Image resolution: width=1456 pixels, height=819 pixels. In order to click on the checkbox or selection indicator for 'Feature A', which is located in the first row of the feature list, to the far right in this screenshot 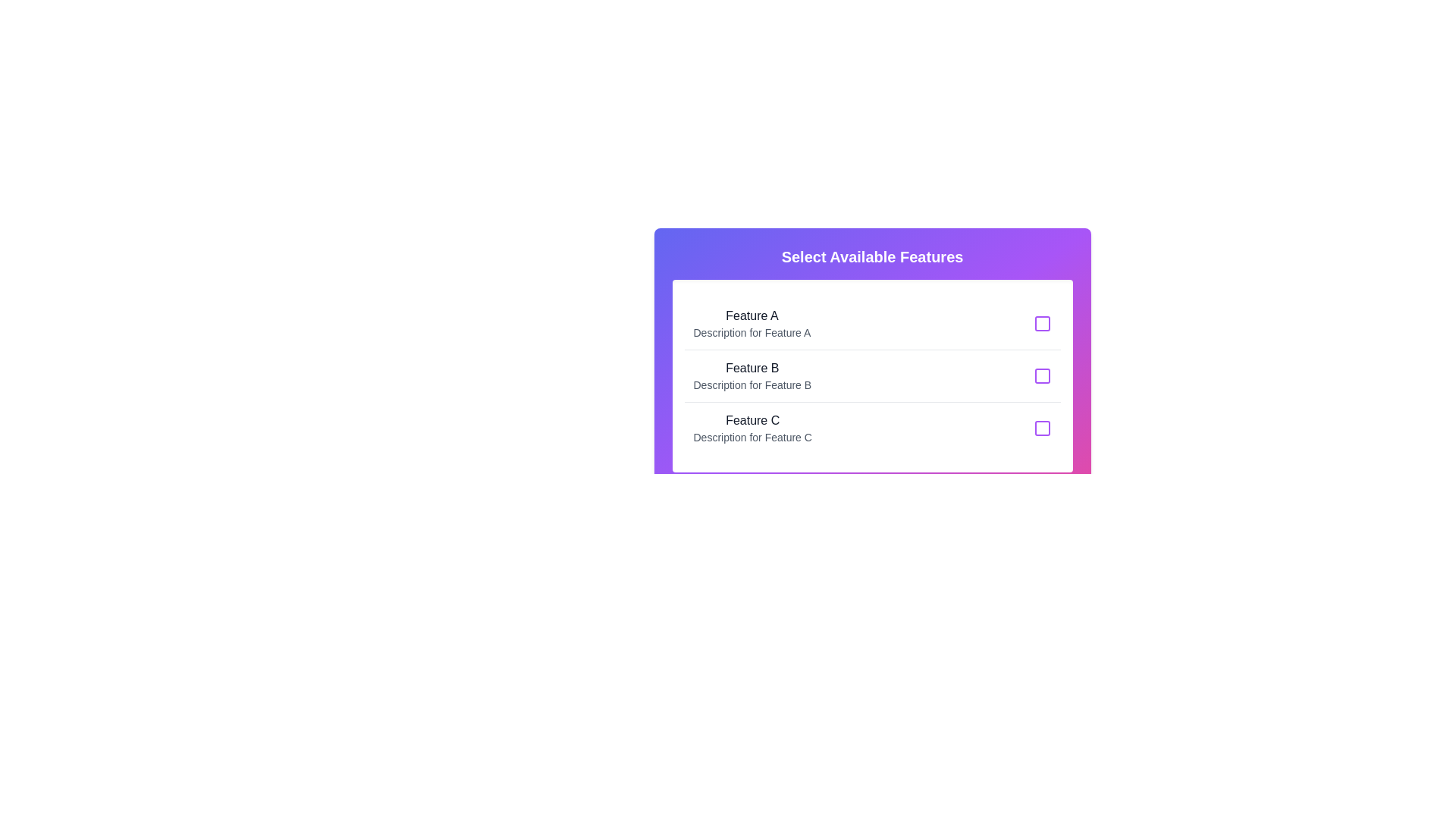, I will do `click(1041, 323)`.